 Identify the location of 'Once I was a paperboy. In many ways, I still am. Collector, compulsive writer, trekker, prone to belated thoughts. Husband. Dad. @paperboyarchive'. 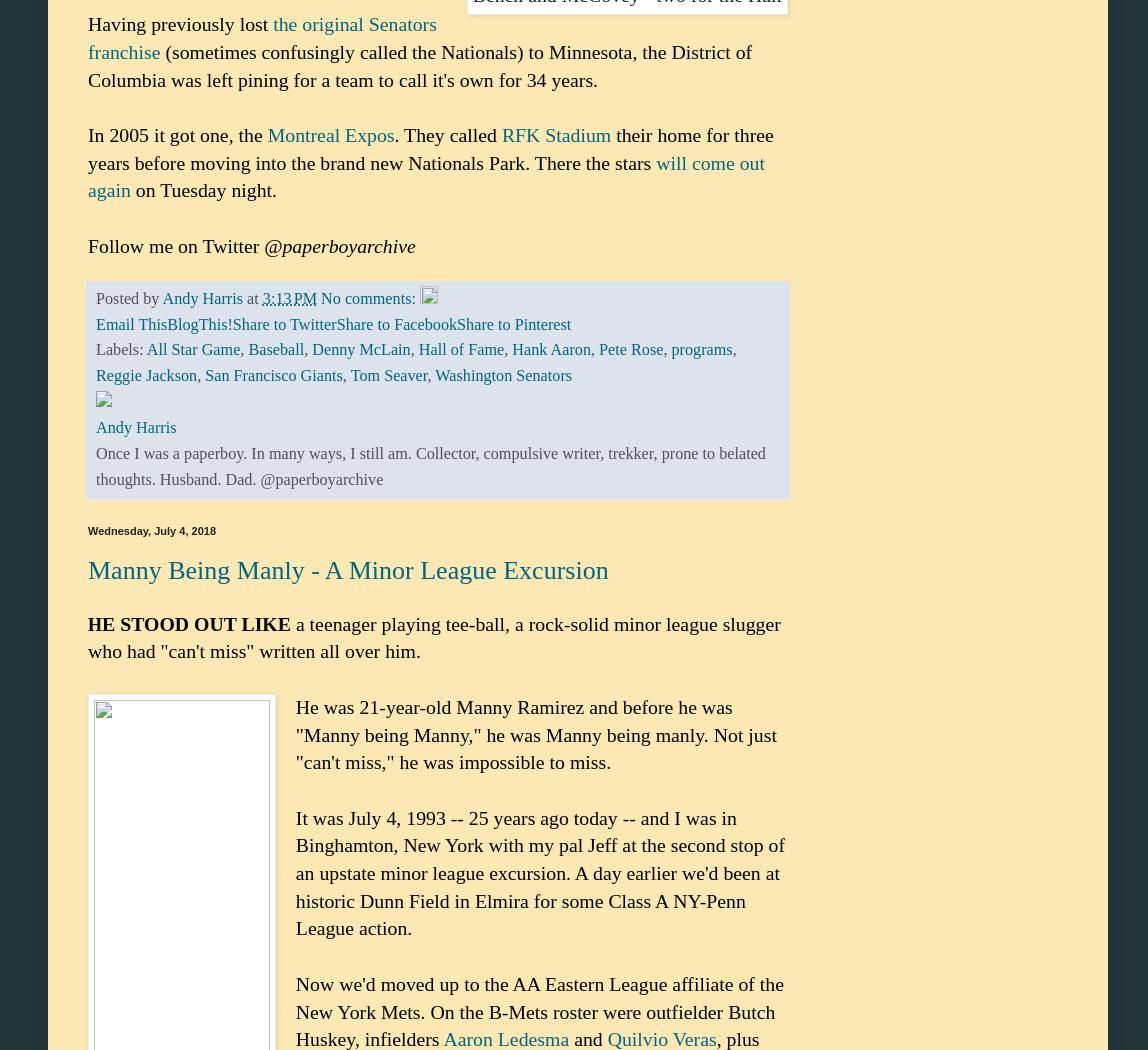
(430, 467).